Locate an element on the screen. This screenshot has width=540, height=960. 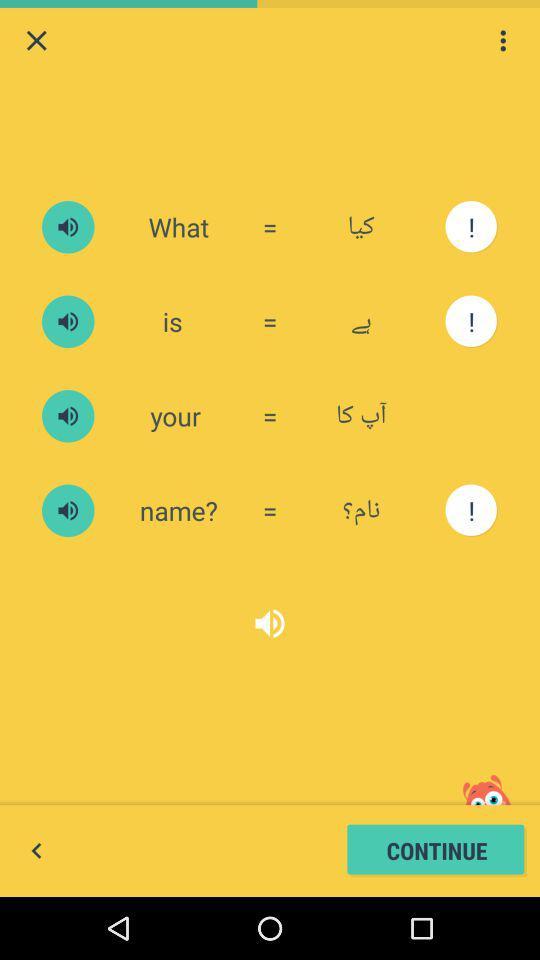
the close icon is located at coordinates (36, 42).